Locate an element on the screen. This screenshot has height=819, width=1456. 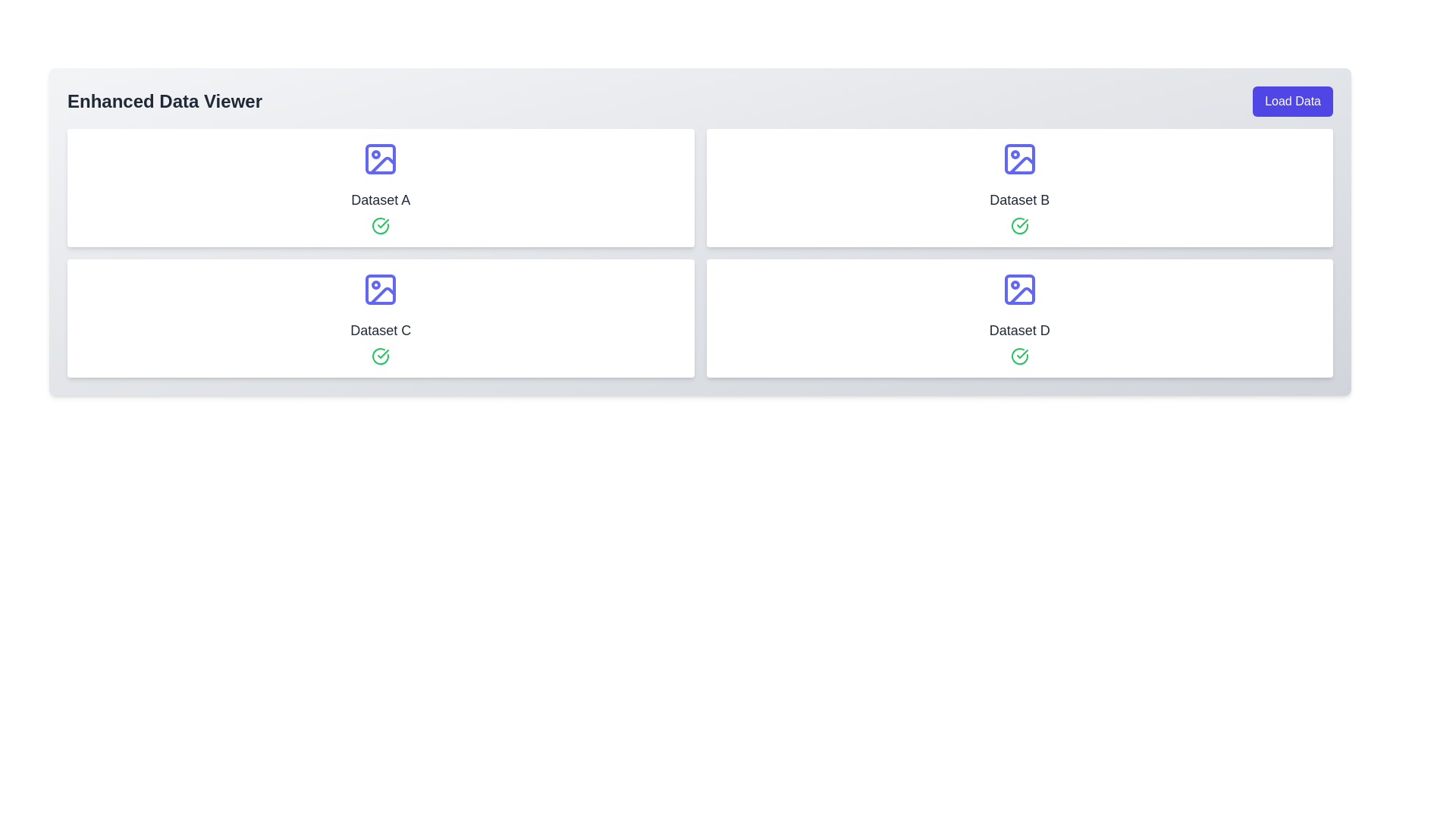
the green checkmark icon within the 'Dataset B' tile located in the top-right quadrant of the grid layout is located at coordinates (1022, 223).